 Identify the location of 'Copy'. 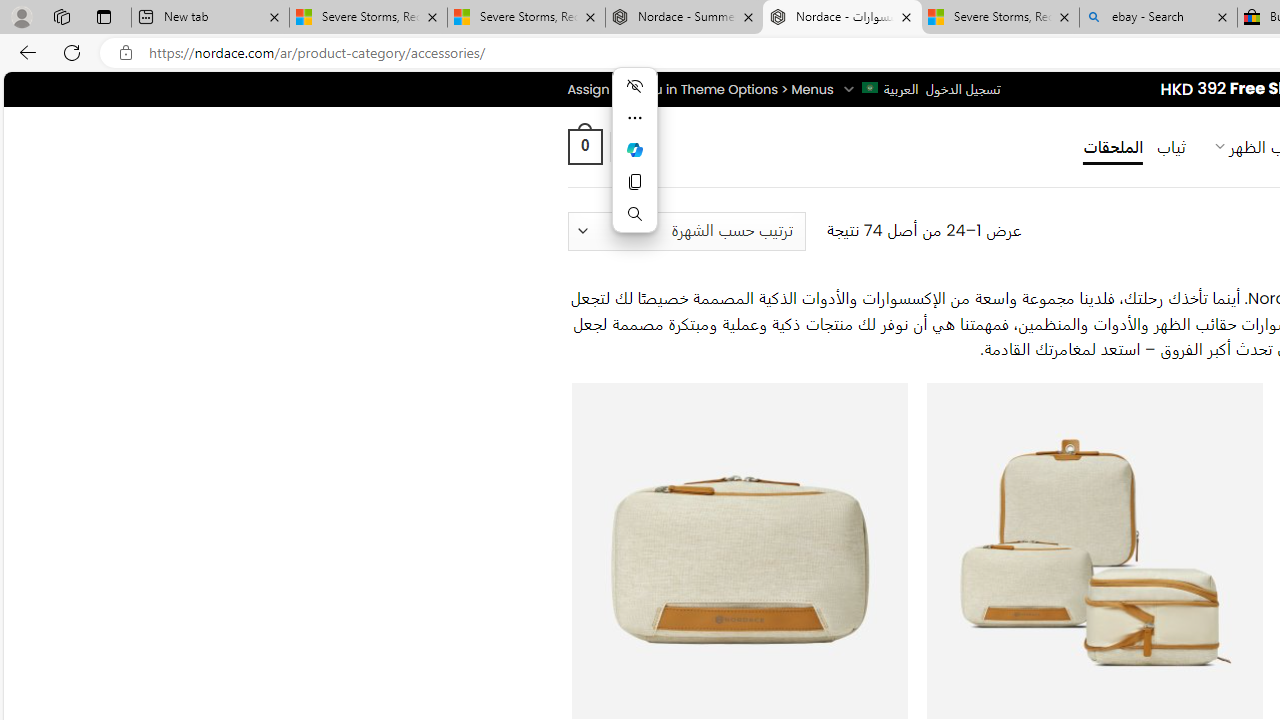
(633, 182).